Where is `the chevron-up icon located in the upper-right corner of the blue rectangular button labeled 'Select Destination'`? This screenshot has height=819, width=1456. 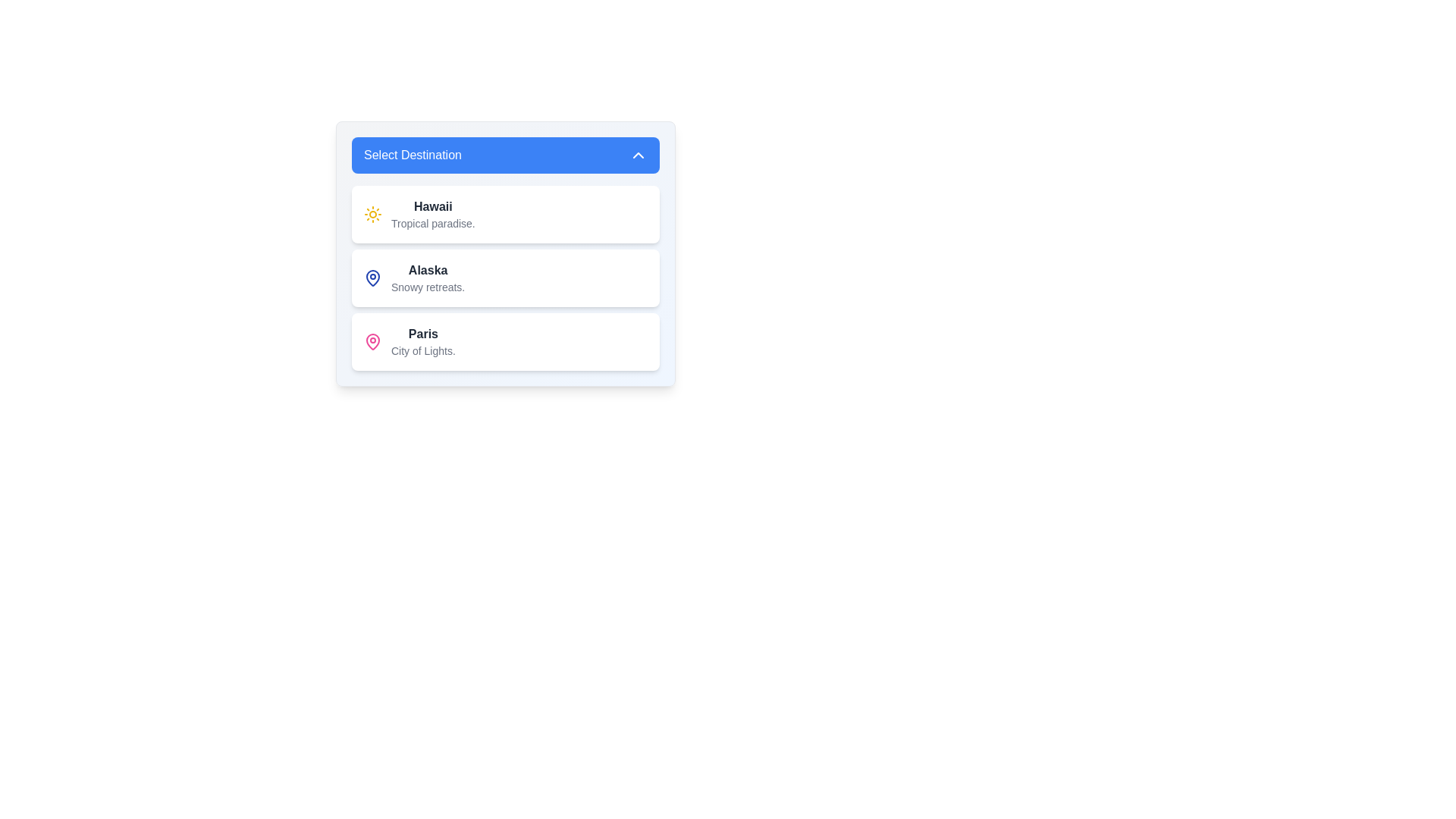
the chevron-up icon located in the upper-right corner of the blue rectangular button labeled 'Select Destination' is located at coordinates (638, 155).